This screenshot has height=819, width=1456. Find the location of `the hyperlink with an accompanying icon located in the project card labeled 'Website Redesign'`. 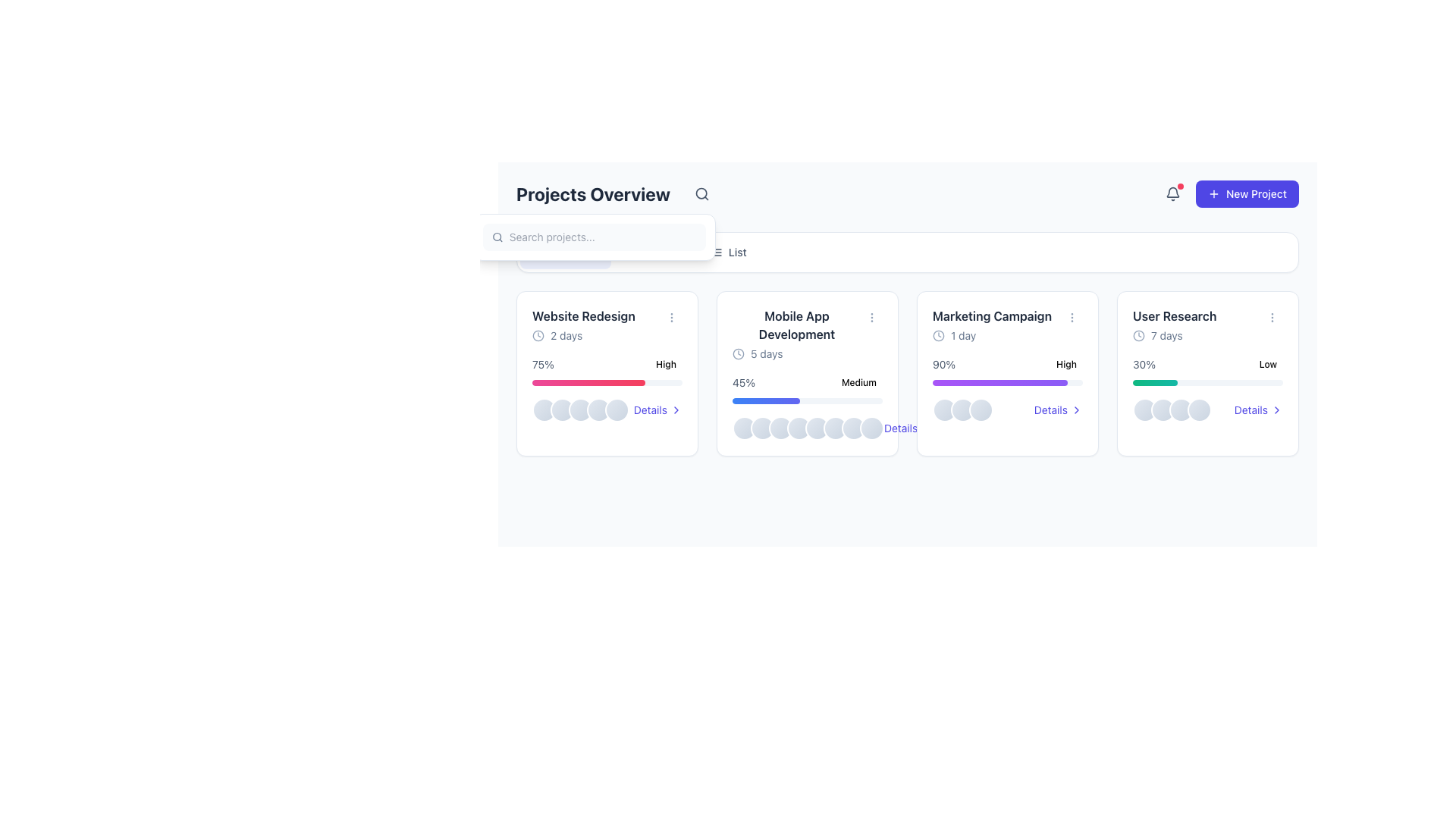

the hyperlink with an accompanying icon located in the project card labeled 'Website Redesign' is located at coordinates (657, 409).